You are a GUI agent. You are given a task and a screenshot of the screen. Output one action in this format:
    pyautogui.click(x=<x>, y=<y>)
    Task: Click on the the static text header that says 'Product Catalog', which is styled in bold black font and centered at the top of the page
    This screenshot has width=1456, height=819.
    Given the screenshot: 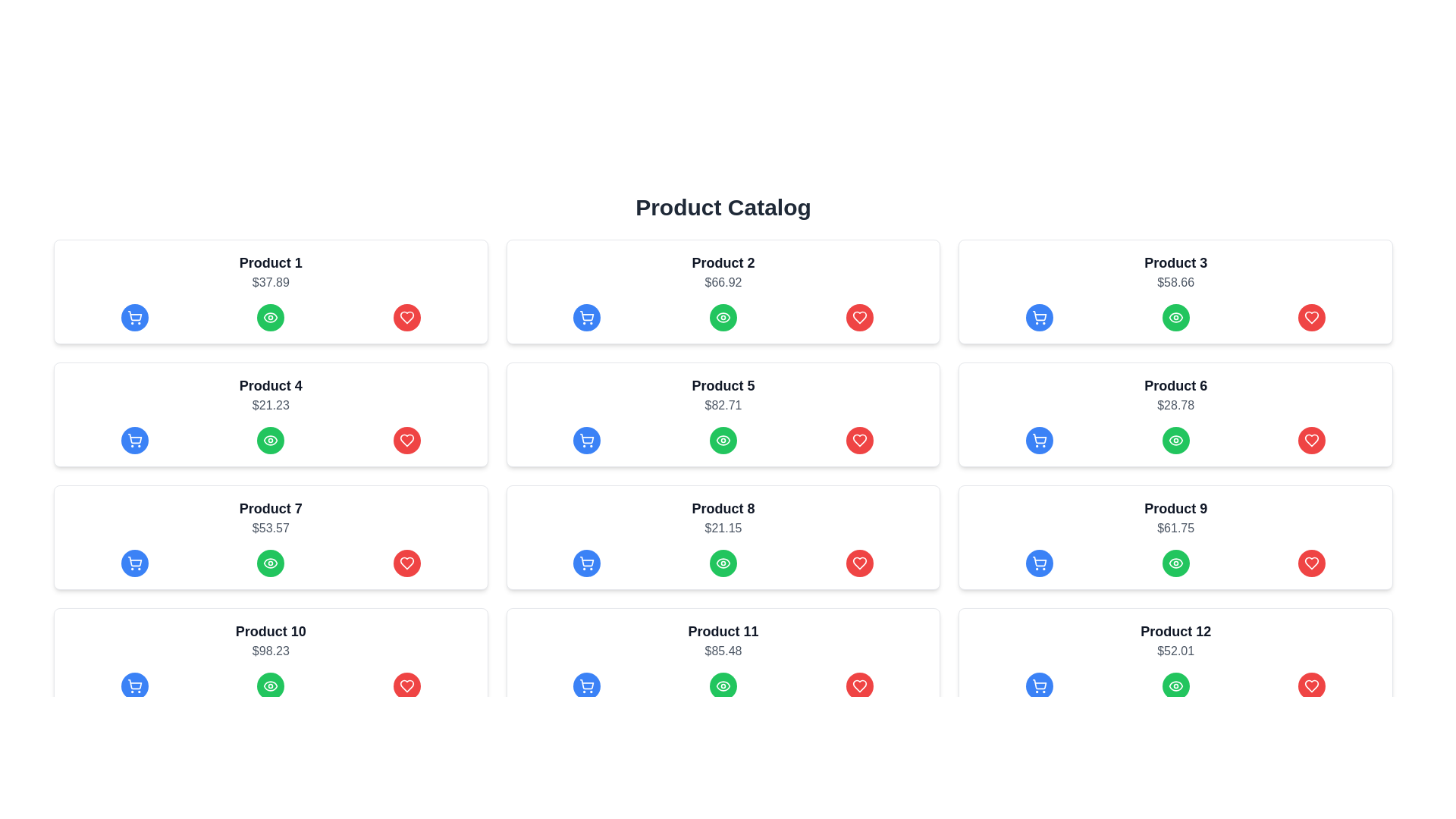 What is the action you would take?
    pyautogui.click(x=723, y=207)
    